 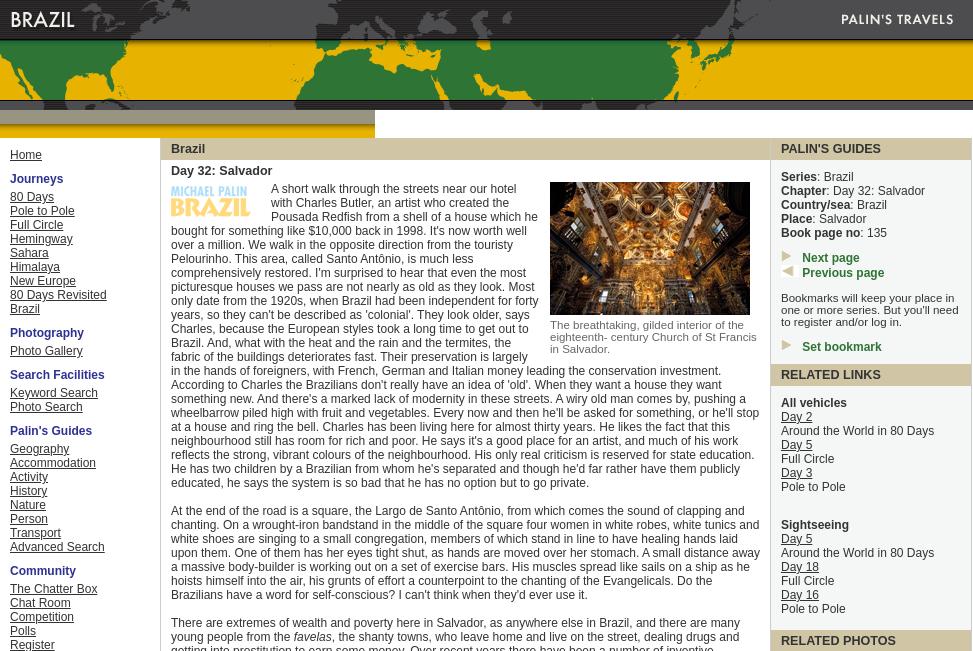 I want to click on 'Chapter', so click(x=802, y=190).